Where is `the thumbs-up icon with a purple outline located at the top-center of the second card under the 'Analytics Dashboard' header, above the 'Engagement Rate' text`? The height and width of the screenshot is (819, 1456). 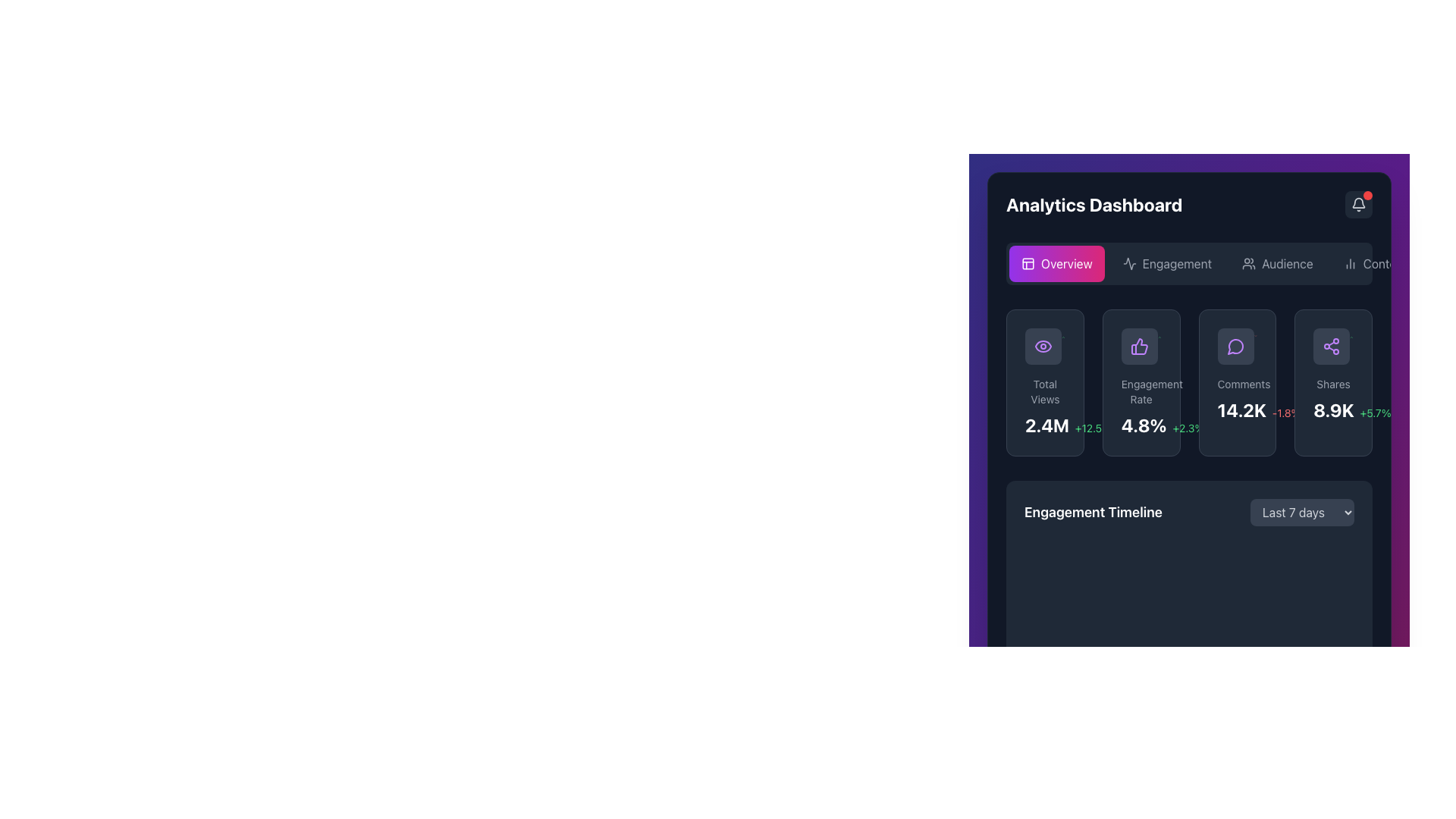
the thumbs-up icon with a purple outline located at the top-center of the second card under the 'Analytics Dashboard' header, above the 'Engagement Rate' text is located at coordinates (1141, 346).